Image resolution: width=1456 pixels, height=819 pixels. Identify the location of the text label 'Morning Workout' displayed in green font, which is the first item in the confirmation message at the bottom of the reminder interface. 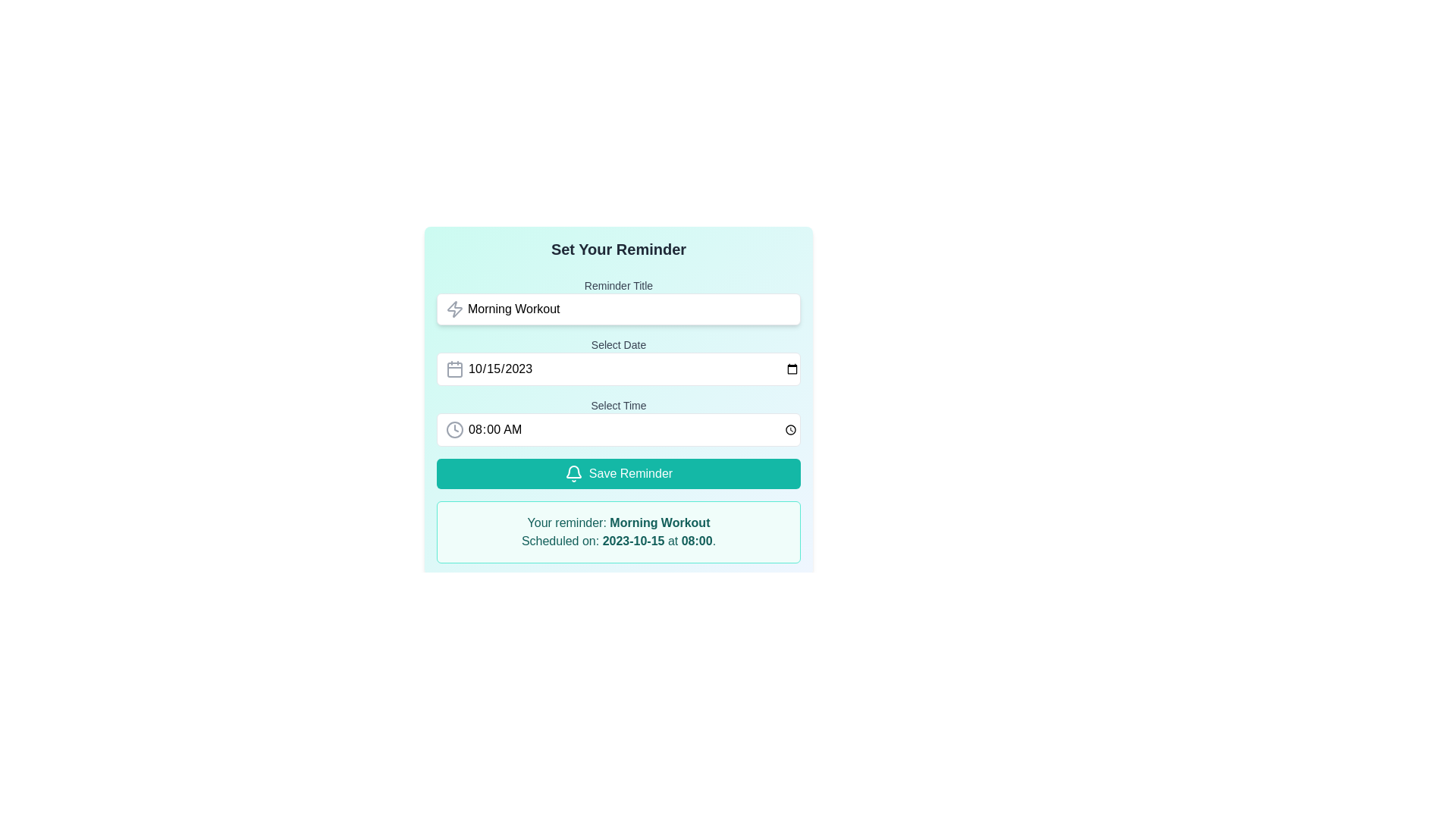
(660, 522).